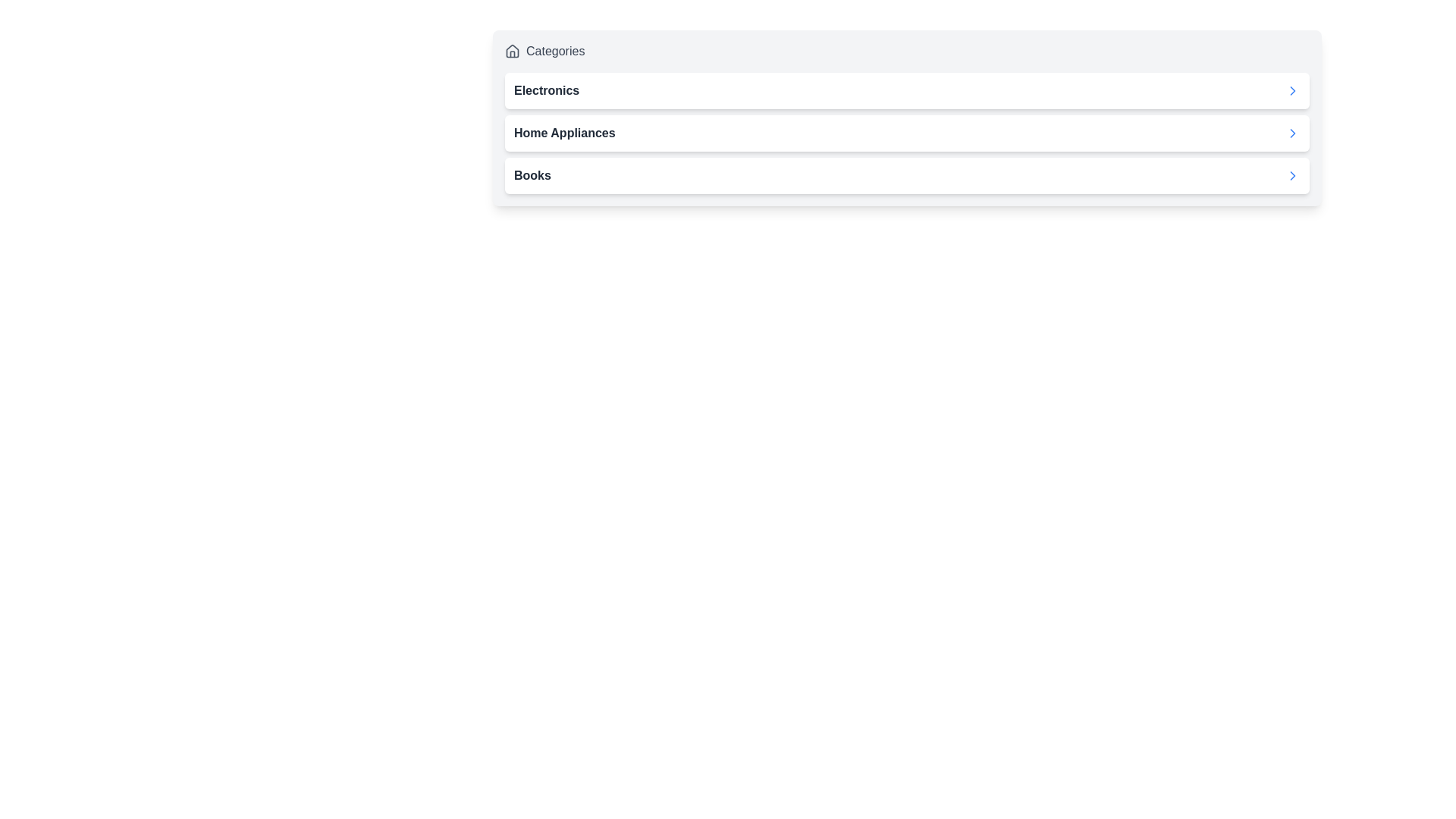 The width and height of the screenshot is (1456, 819). Describe the element at coordinates (1291, 90) in the screenshot. I see `the chevron icon located at the right edge of the 'Electronics' list item` at that location.